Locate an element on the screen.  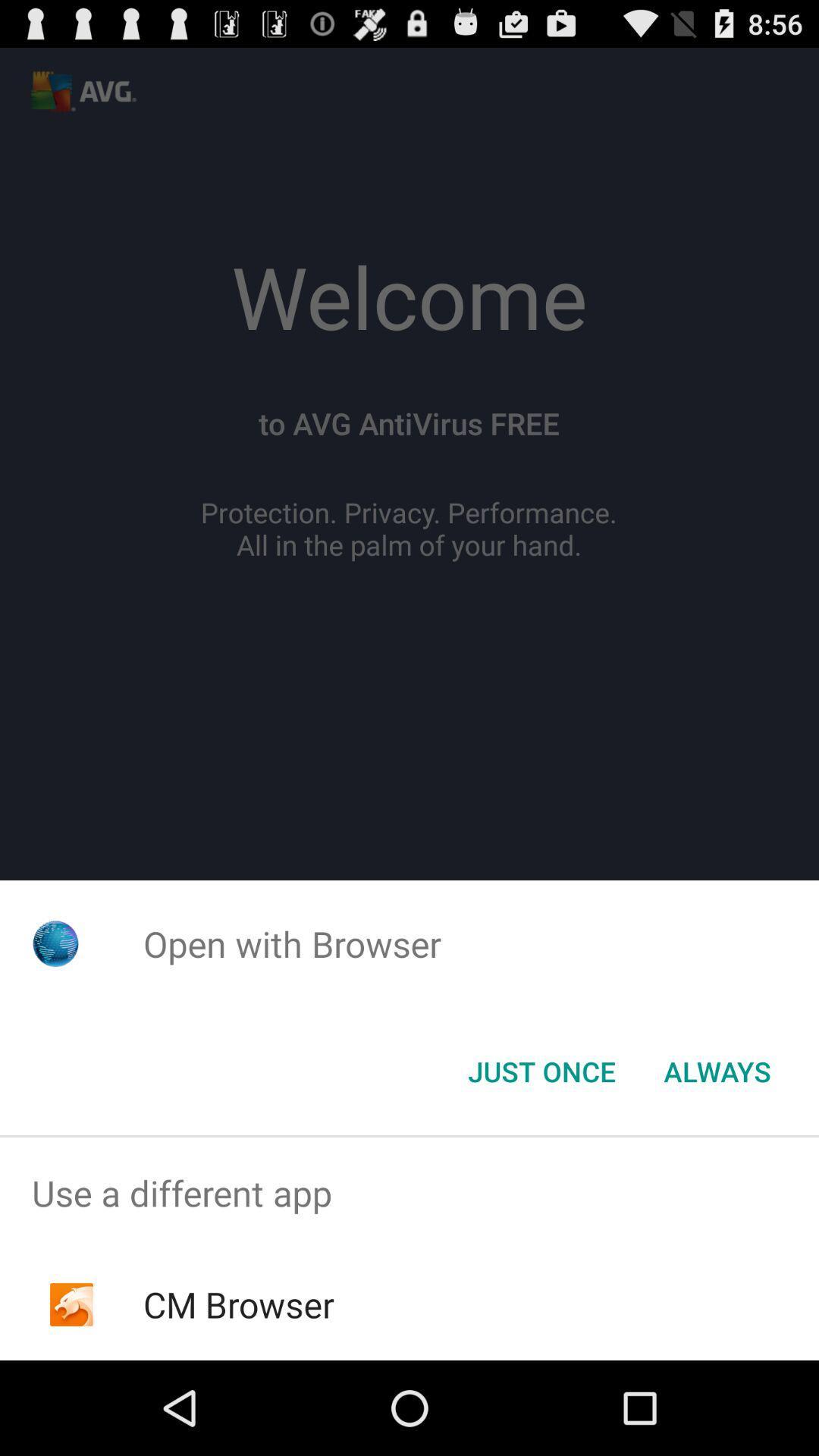
item at the bottom right corner is located at coordinates (717, 1070).